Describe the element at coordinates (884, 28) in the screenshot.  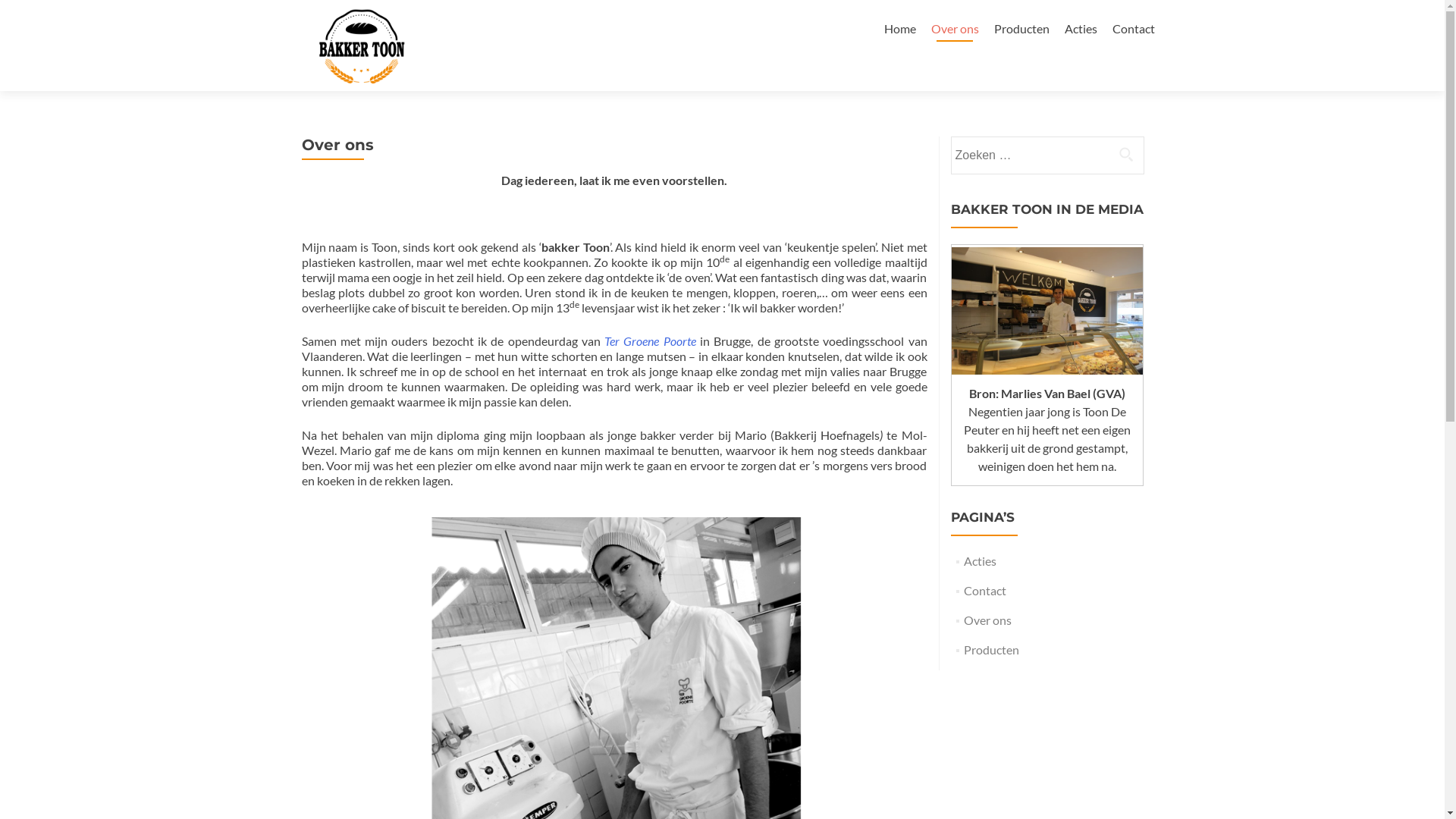
I see `'Home'` at that location.